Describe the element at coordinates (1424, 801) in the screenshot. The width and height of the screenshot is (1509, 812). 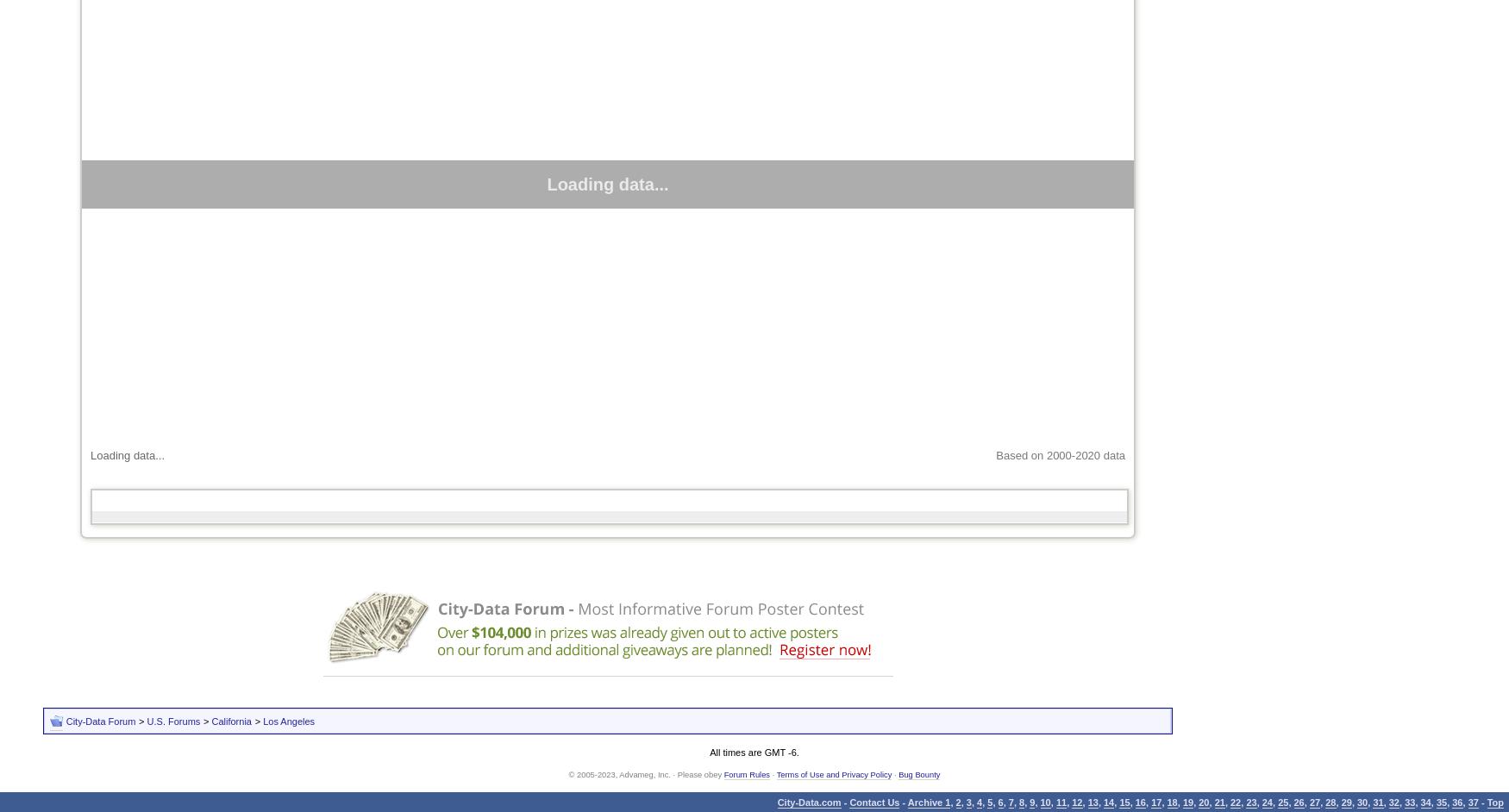
I see `'34'` at that location.